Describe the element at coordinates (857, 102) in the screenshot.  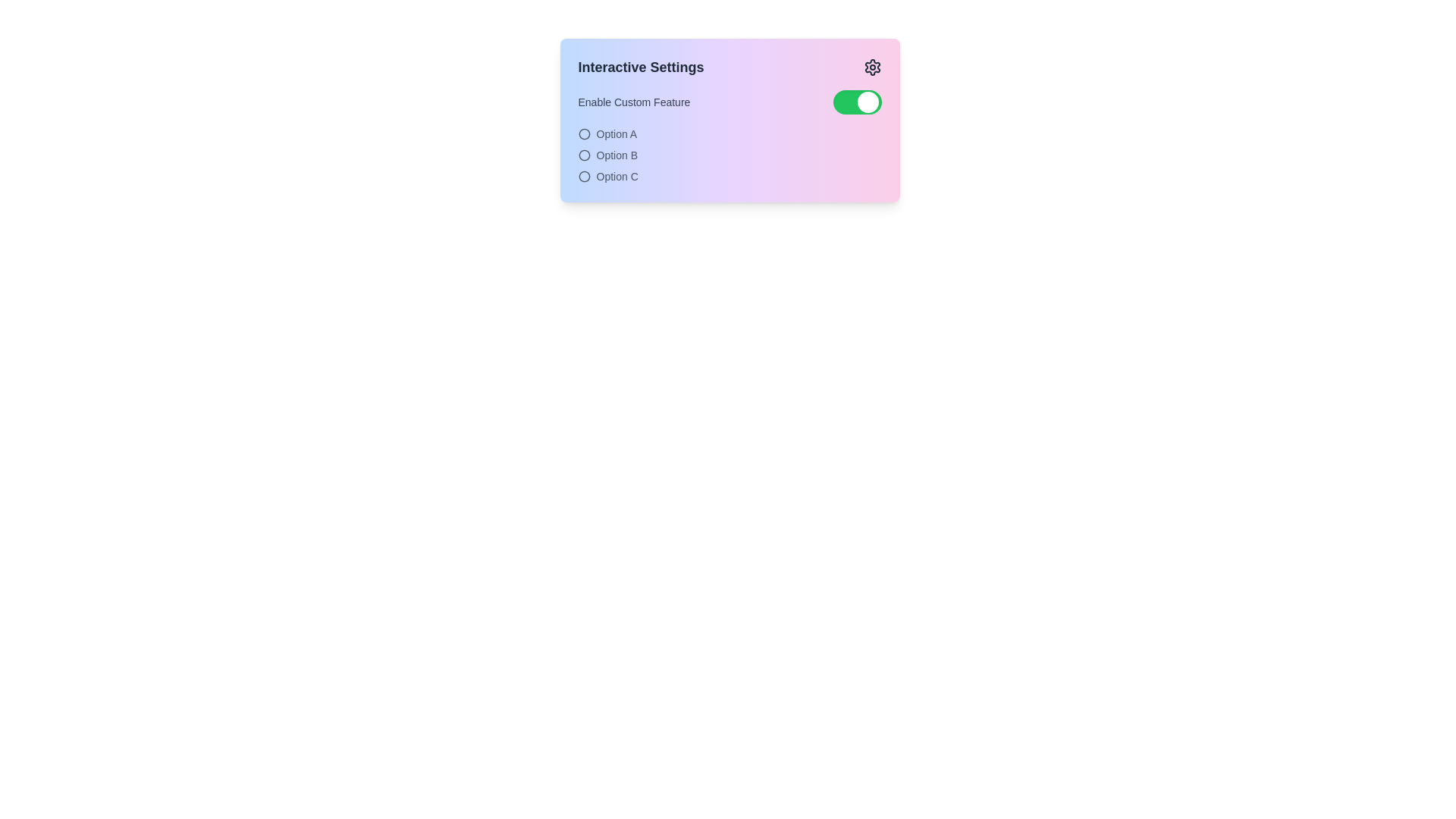
I see `the toggle switch located to the right of the 'Enable Custom Feature' label in the 'Interactive Settings' section` at that location.